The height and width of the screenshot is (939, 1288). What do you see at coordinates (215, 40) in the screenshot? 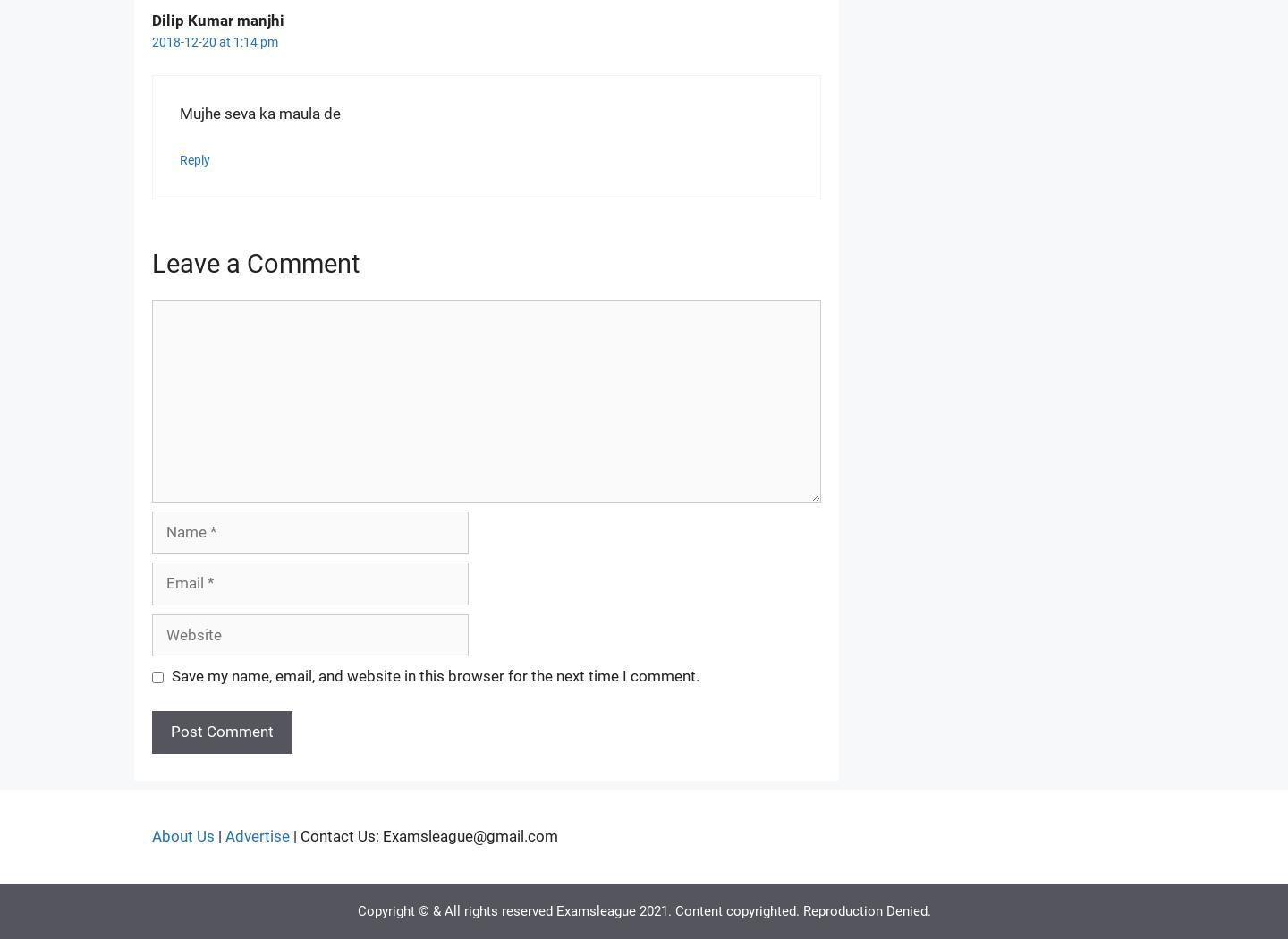
I see `'2018-12-20 at 1:14 pm'` at bounding box center [215, 40].